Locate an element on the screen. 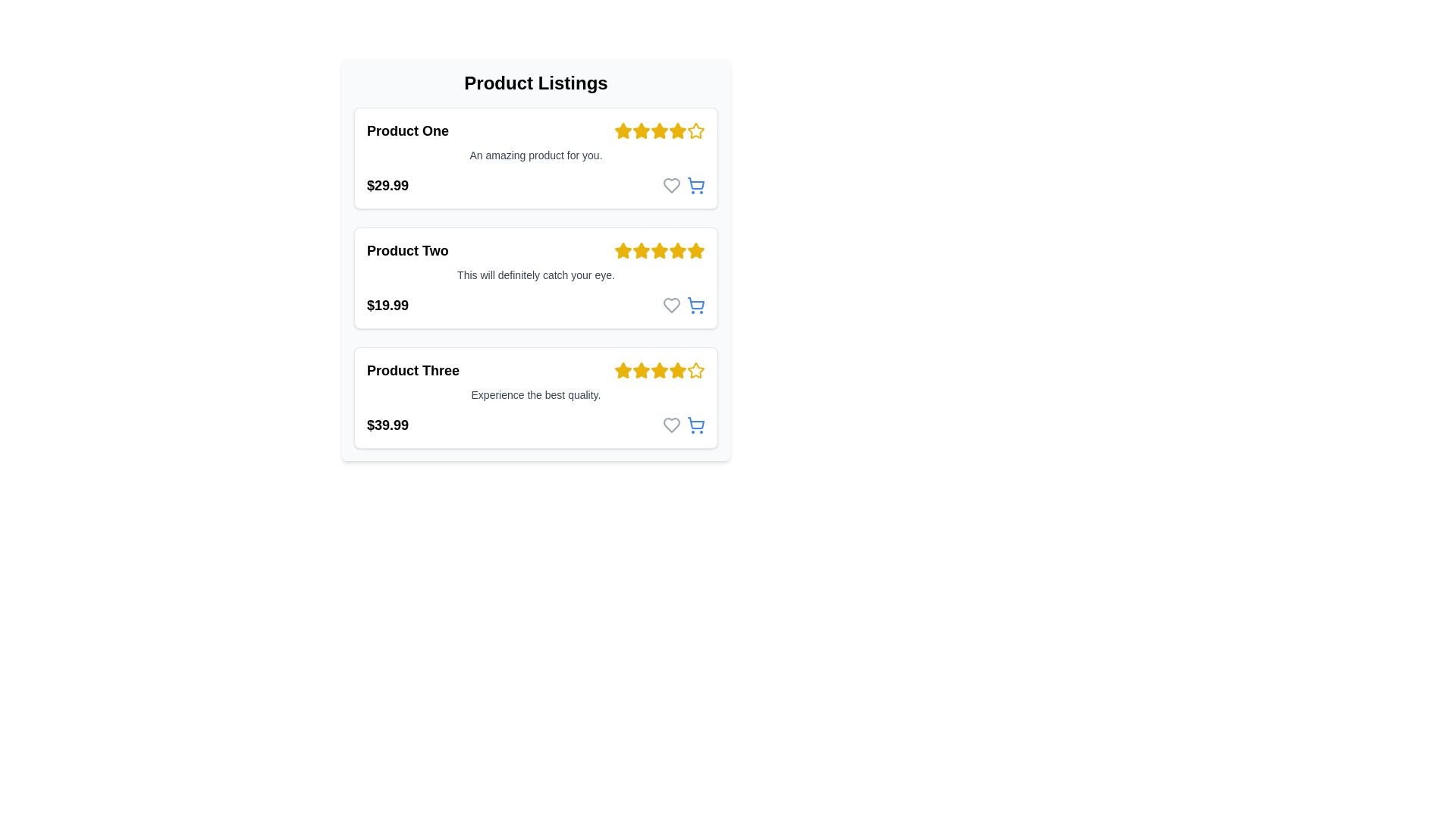 The width and height of the screenshot is (1456, 819). the fifth star icon in the rating section of the 'Product Two' listing to rate it is located at coordinates (676, 250).